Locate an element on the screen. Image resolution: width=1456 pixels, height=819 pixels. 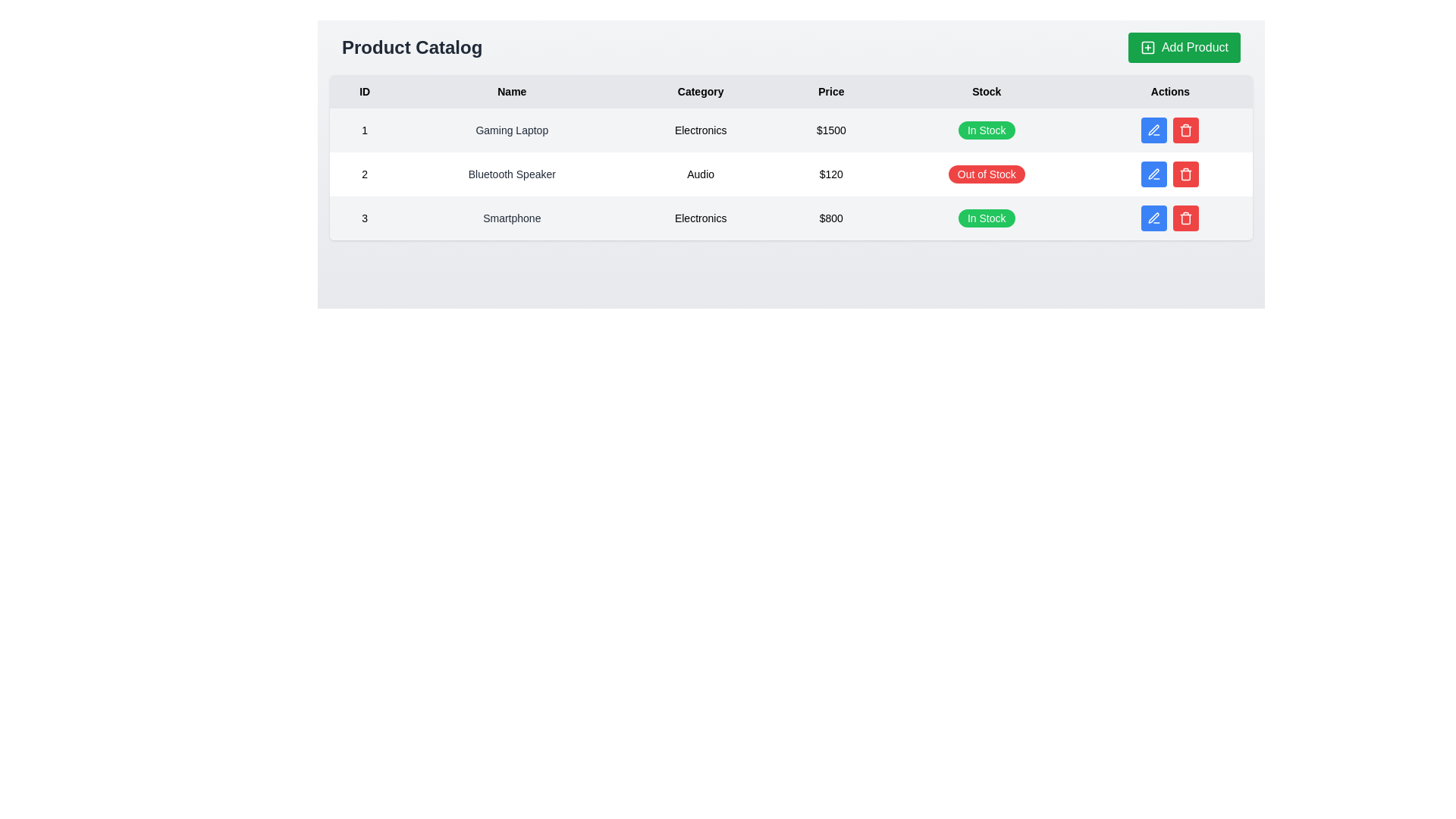
the Status indicator label that displays 'In Stock' with a green background in the third row of the Stock column is located at coordinates (987, 218).